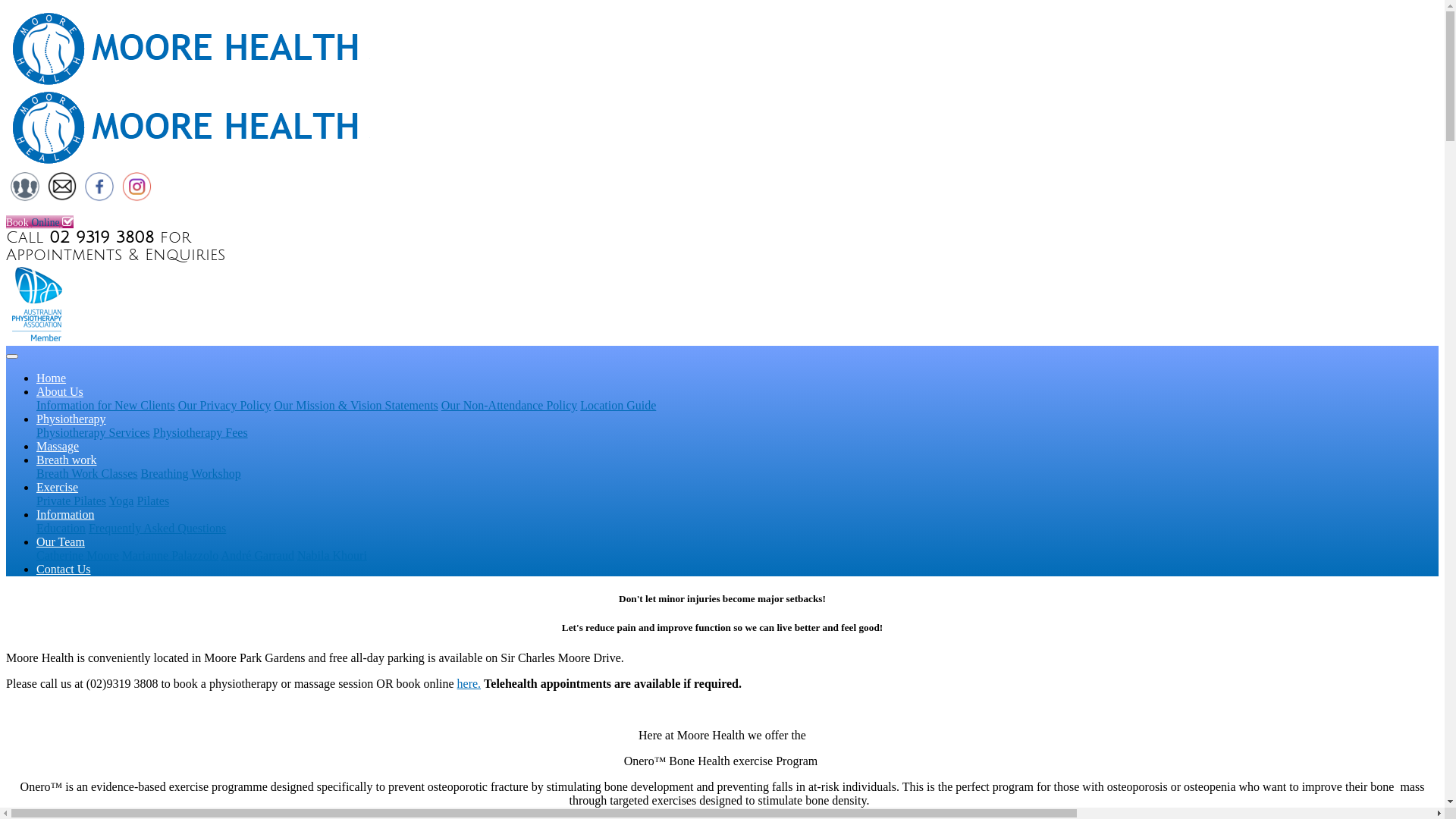  Describe the element at coordinates (6, 221) in the screenshot. I see `'Book Online'` at that location.